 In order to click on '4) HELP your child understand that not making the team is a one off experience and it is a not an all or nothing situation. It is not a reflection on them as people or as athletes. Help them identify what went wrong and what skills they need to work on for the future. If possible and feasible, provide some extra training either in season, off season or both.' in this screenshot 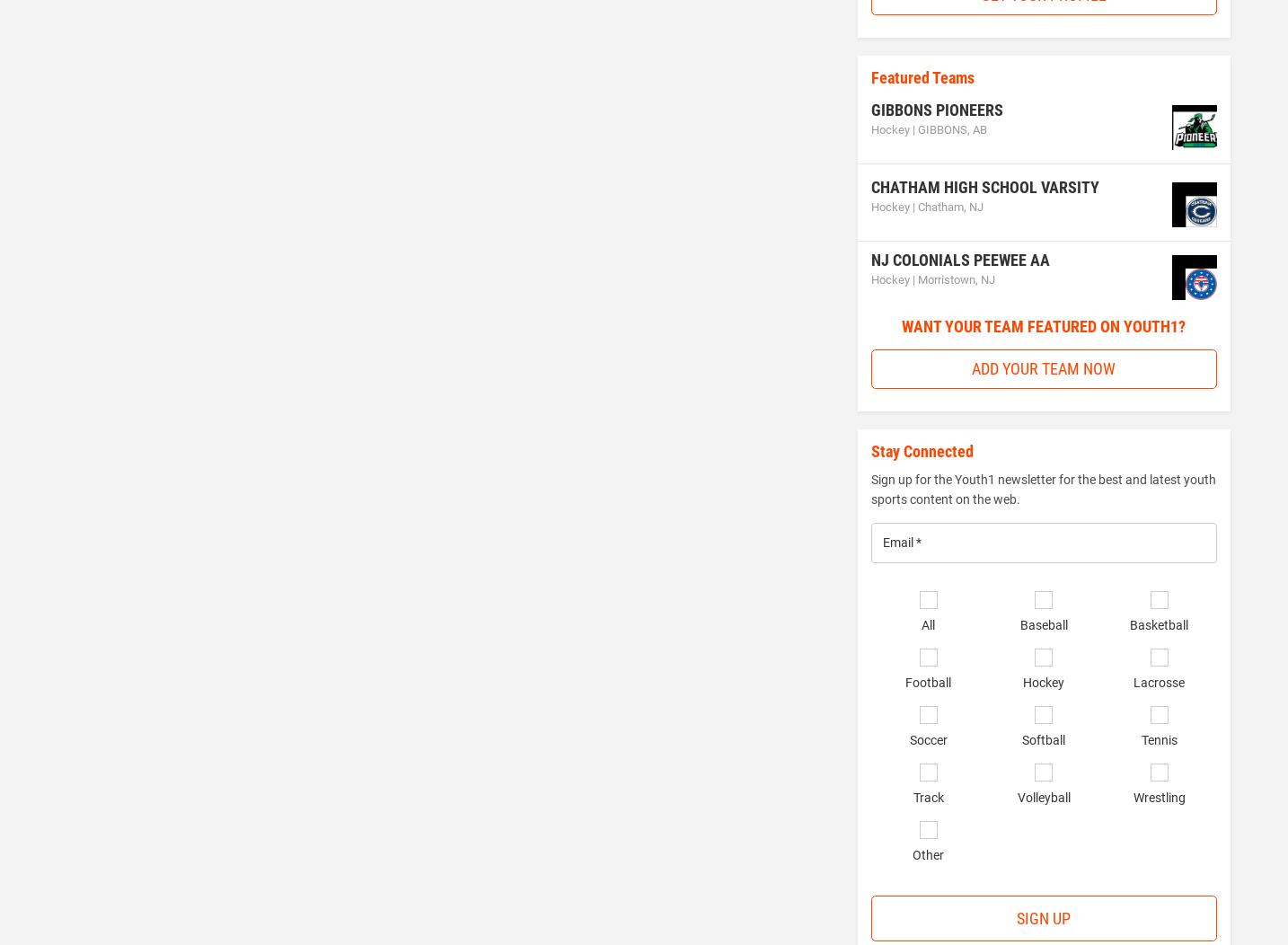, I will do `click(75, 731)`.